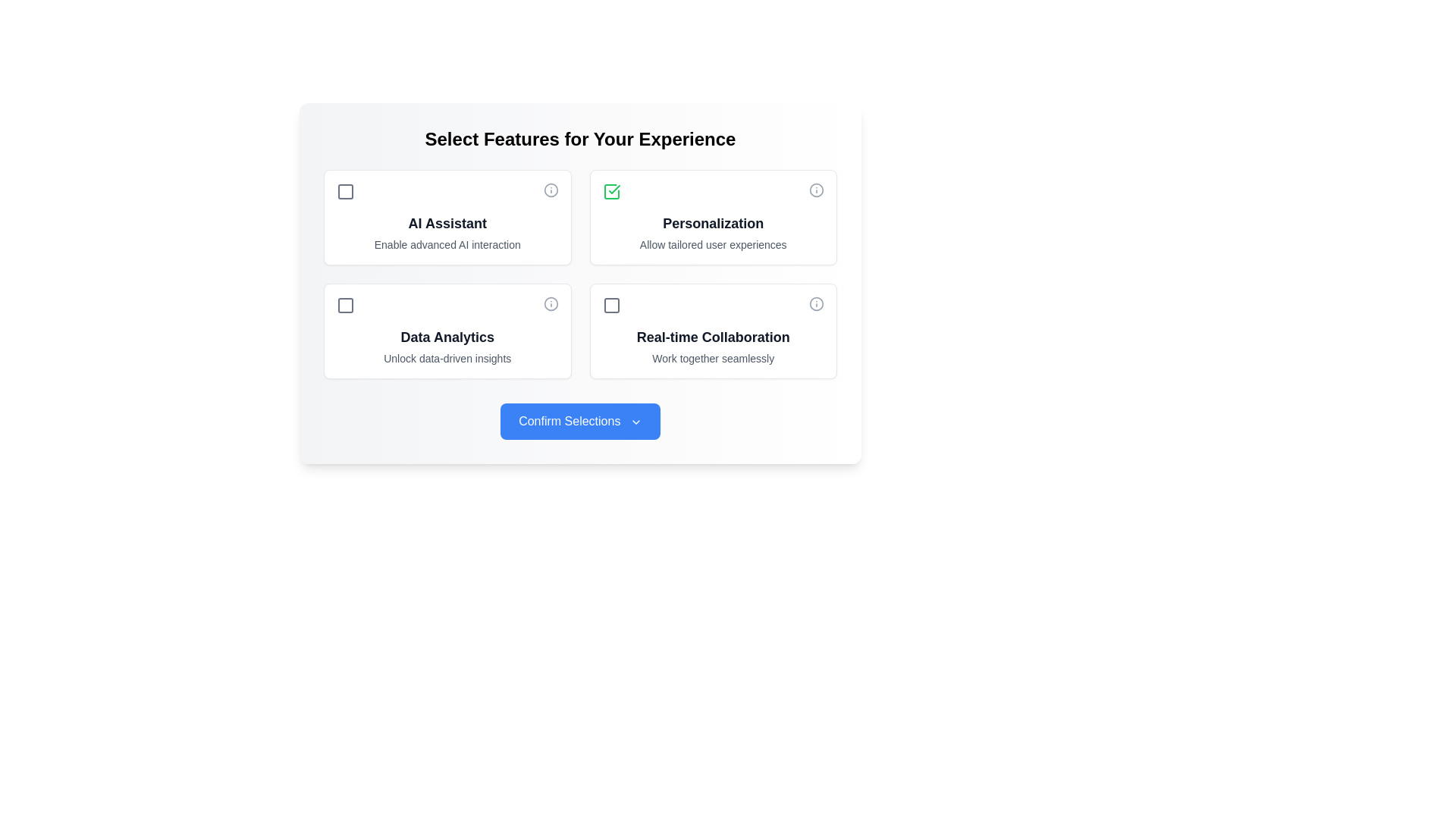 The width and height of the screenshot is (1456, 819). I want to click on the checkbox labeled 'Real-time Collaboration', so click(712, 330).